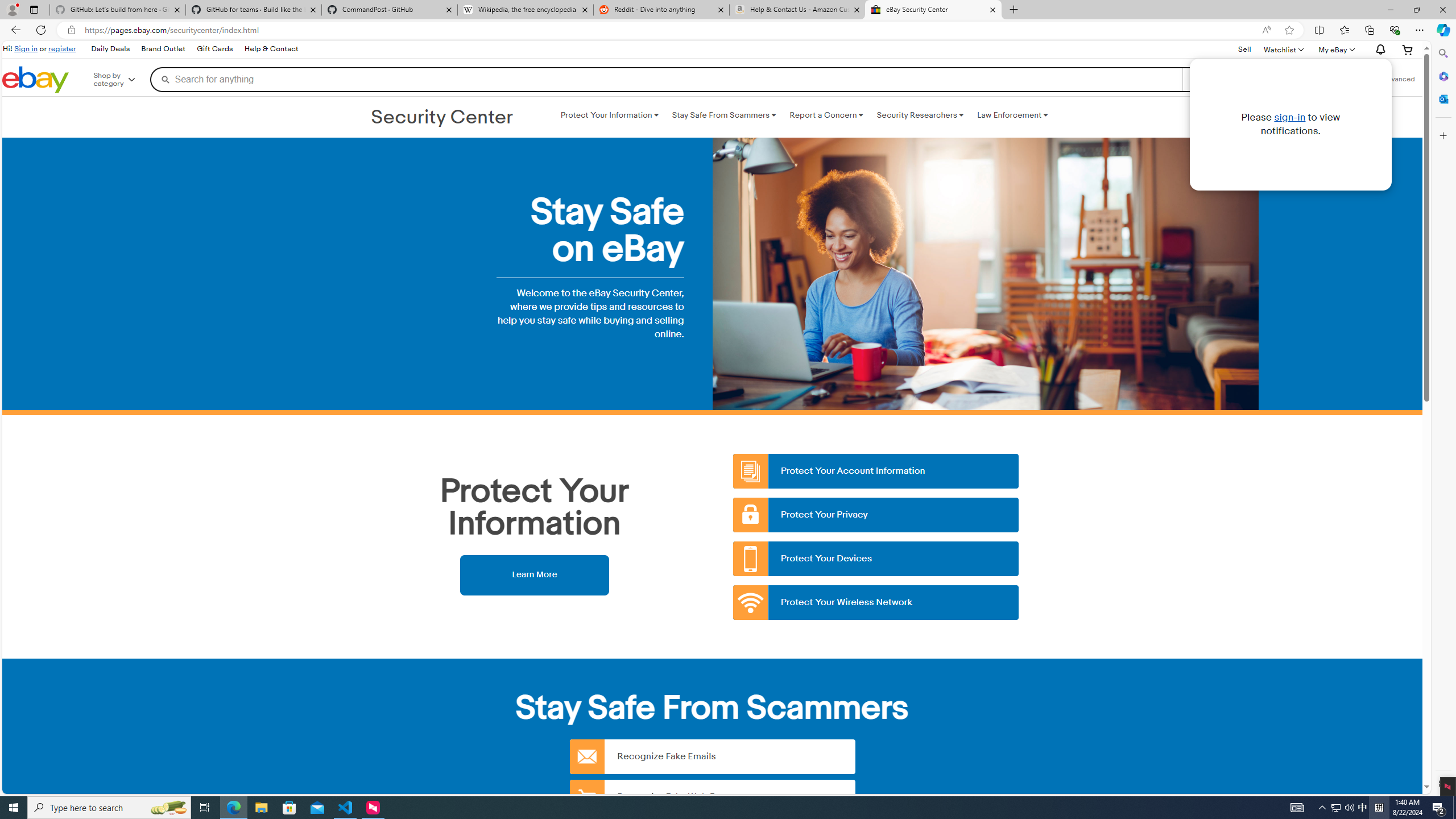 Image resolution: width=1456 pixels, height=819 pixels. What do you see at coordinates (533, 574) in the screenshot?
I see `'Learn More'` at bounding box center [533, 574].